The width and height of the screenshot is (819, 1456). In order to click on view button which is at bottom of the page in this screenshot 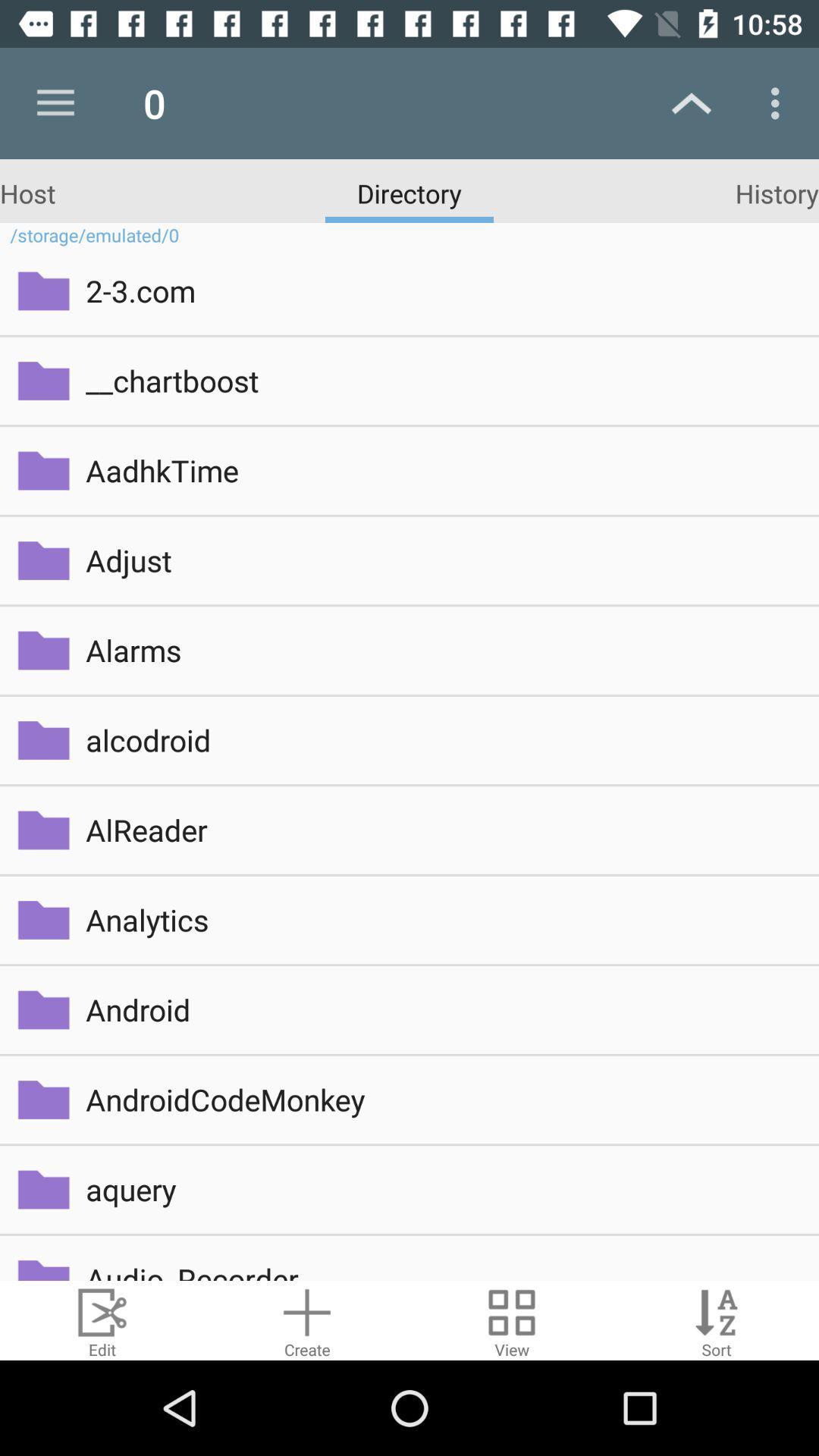, I will do `click(512, 1319)`.